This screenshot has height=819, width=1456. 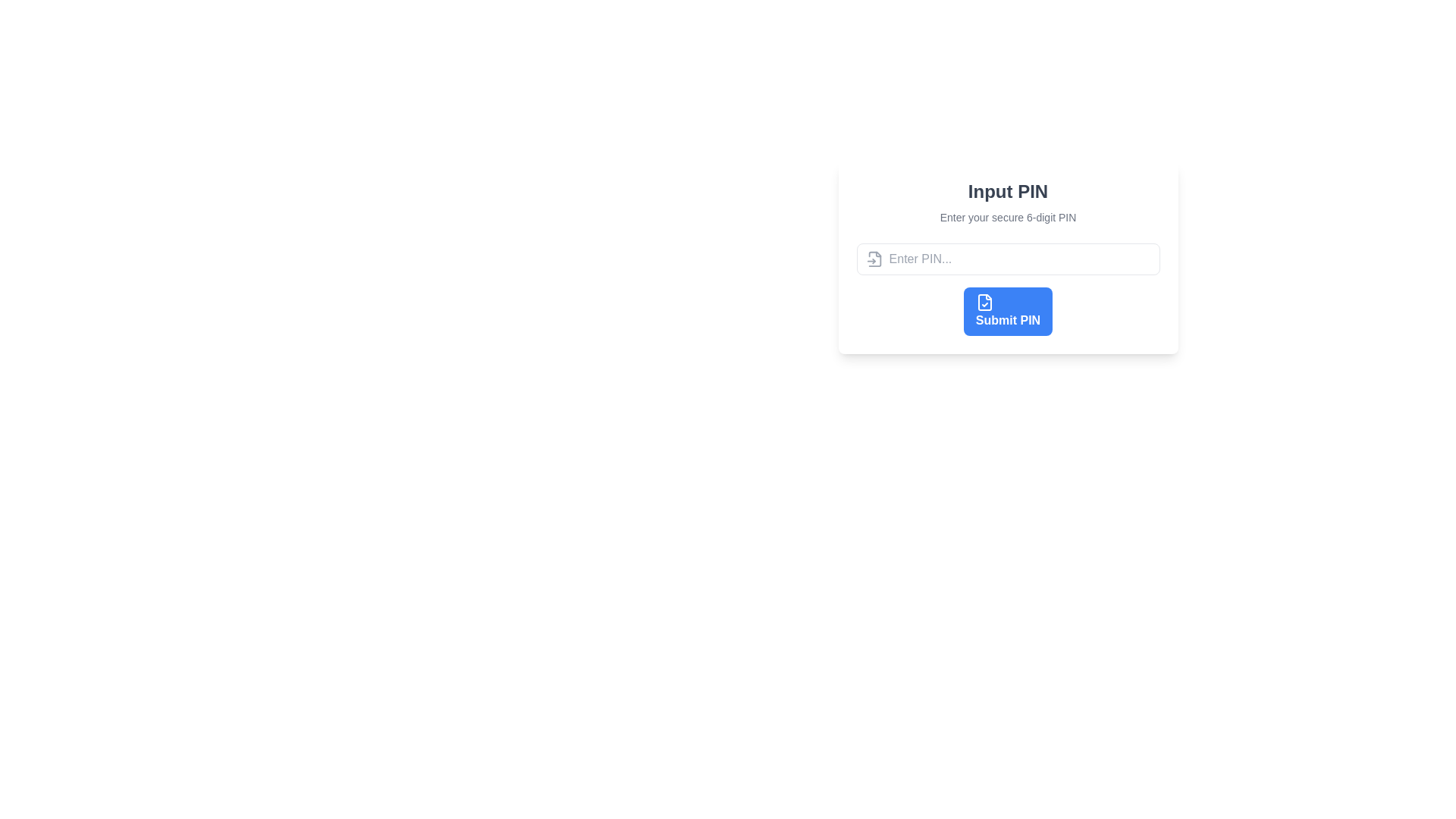 I want to click on the blue document icon with a checkmark located to the left of the 'Submit PIN' text on the button, so click(x=984, y=302).